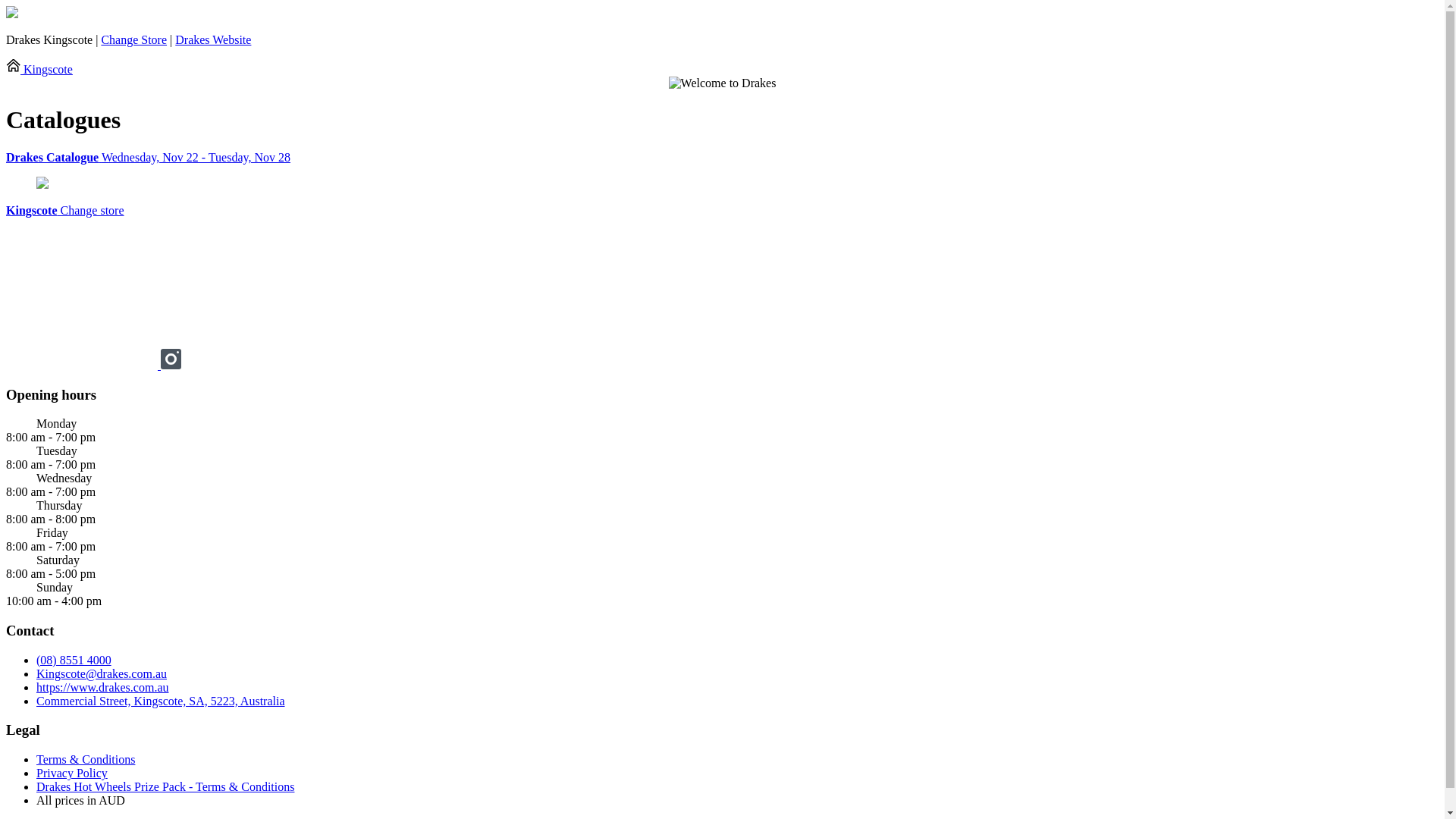 Image resolution: width=1456 pixels, height=819 pixels. What do you see at coordinates (85, 759) in the screenshot?
I see `'Terms & Conditions'` at bounding box center [85, 759].